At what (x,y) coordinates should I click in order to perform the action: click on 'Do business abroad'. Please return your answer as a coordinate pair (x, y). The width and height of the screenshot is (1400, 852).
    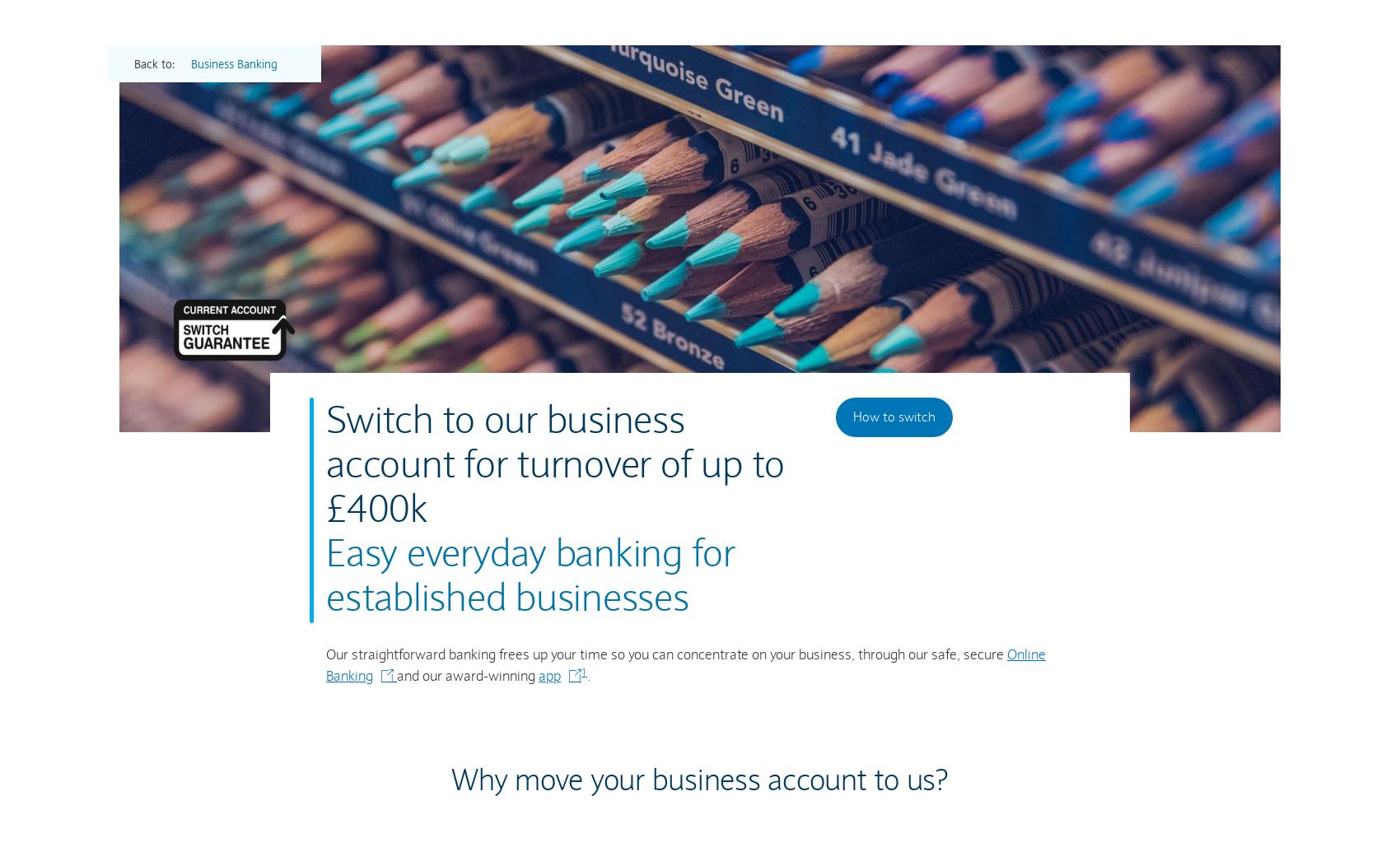
    Looking at the image, I should click on (671, 311).